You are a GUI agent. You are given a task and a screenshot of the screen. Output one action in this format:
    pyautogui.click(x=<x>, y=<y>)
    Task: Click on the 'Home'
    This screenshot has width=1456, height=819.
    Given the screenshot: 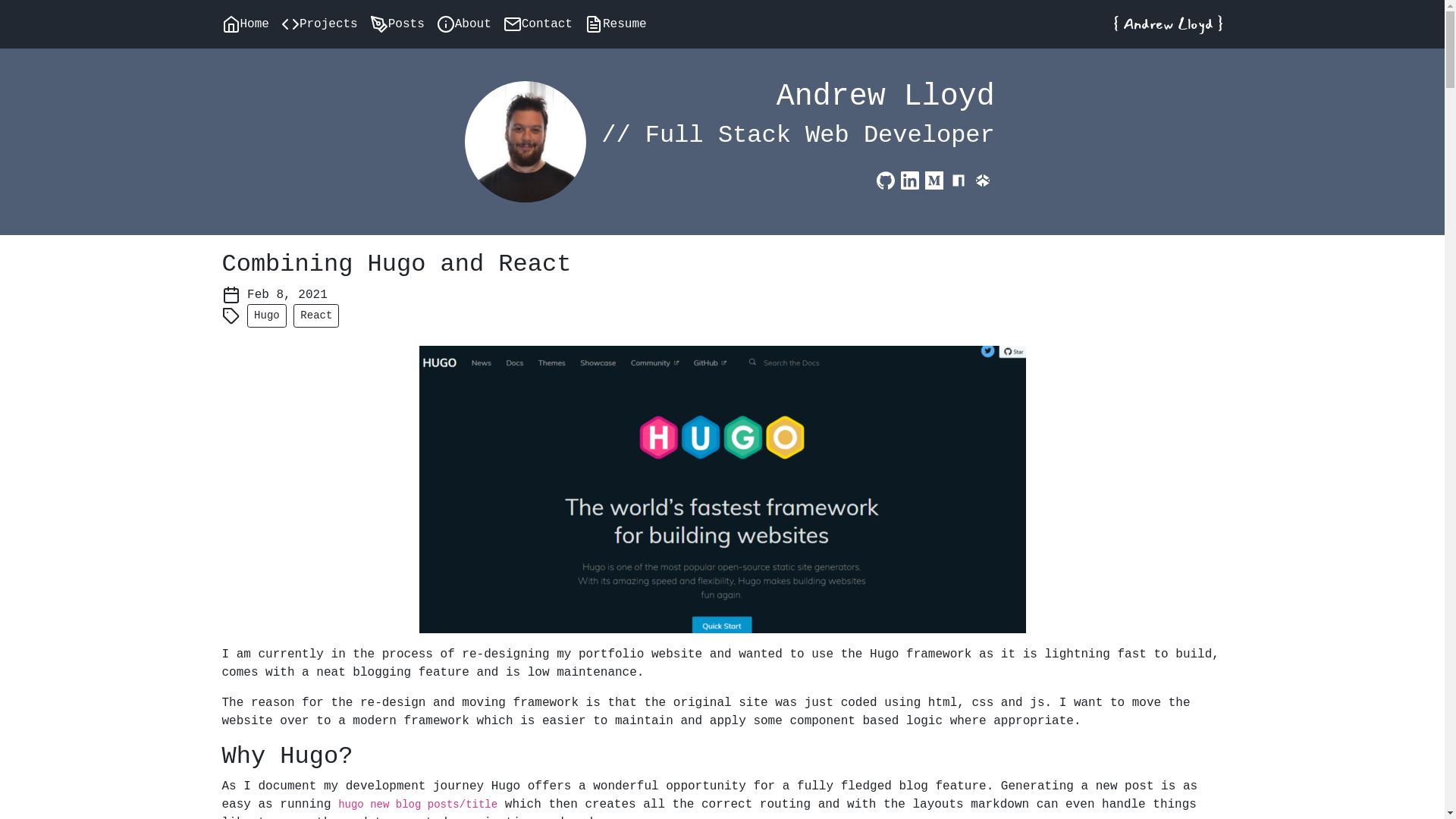 What is the action you would take?
    pyautogui.click(x=221, y=24)
    